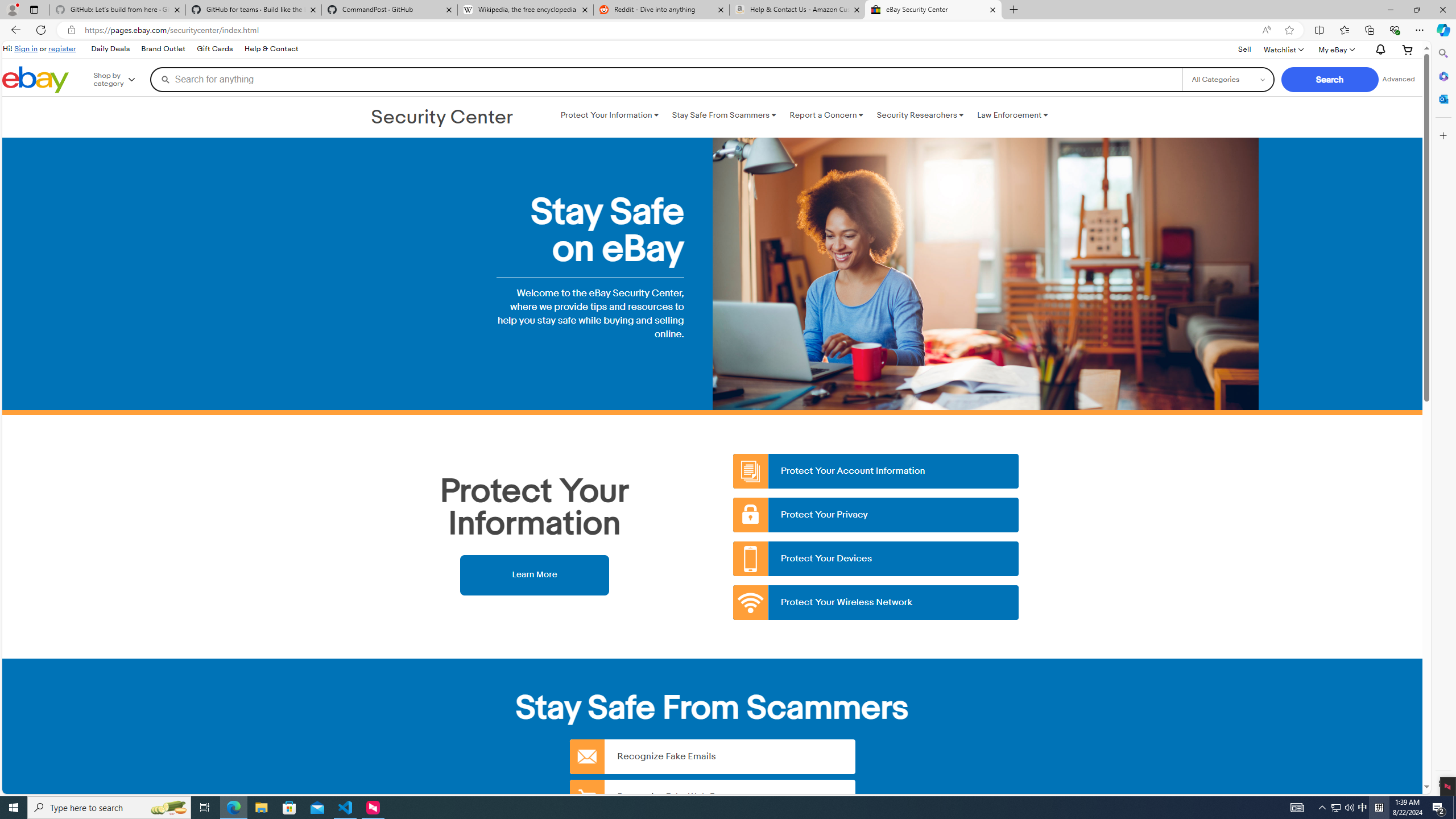  What do you see at coordinates (214, 48) in the screenshot?
I see `'Gift Cards'` at bounding box center [214, 48].